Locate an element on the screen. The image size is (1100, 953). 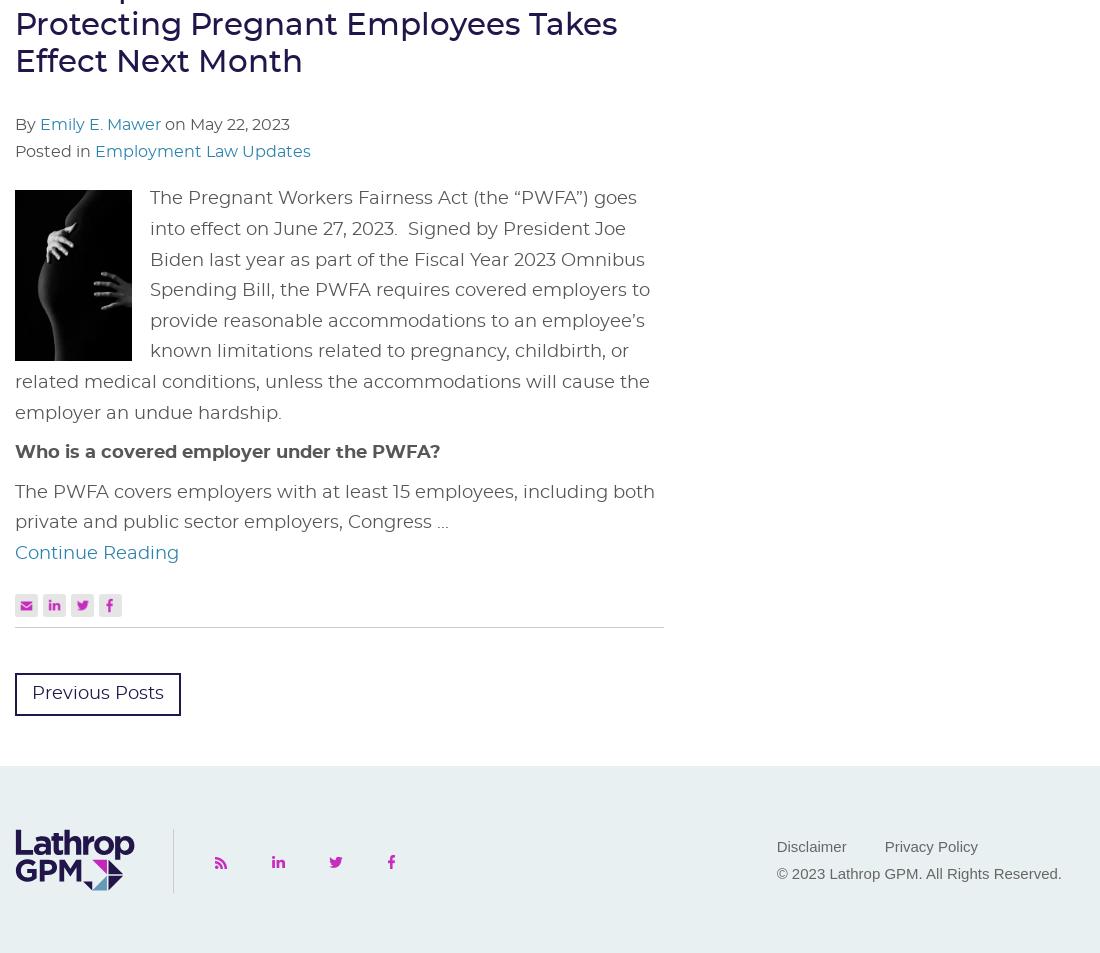
'Emily E. Mawer' is located at coordinates (100, 124).